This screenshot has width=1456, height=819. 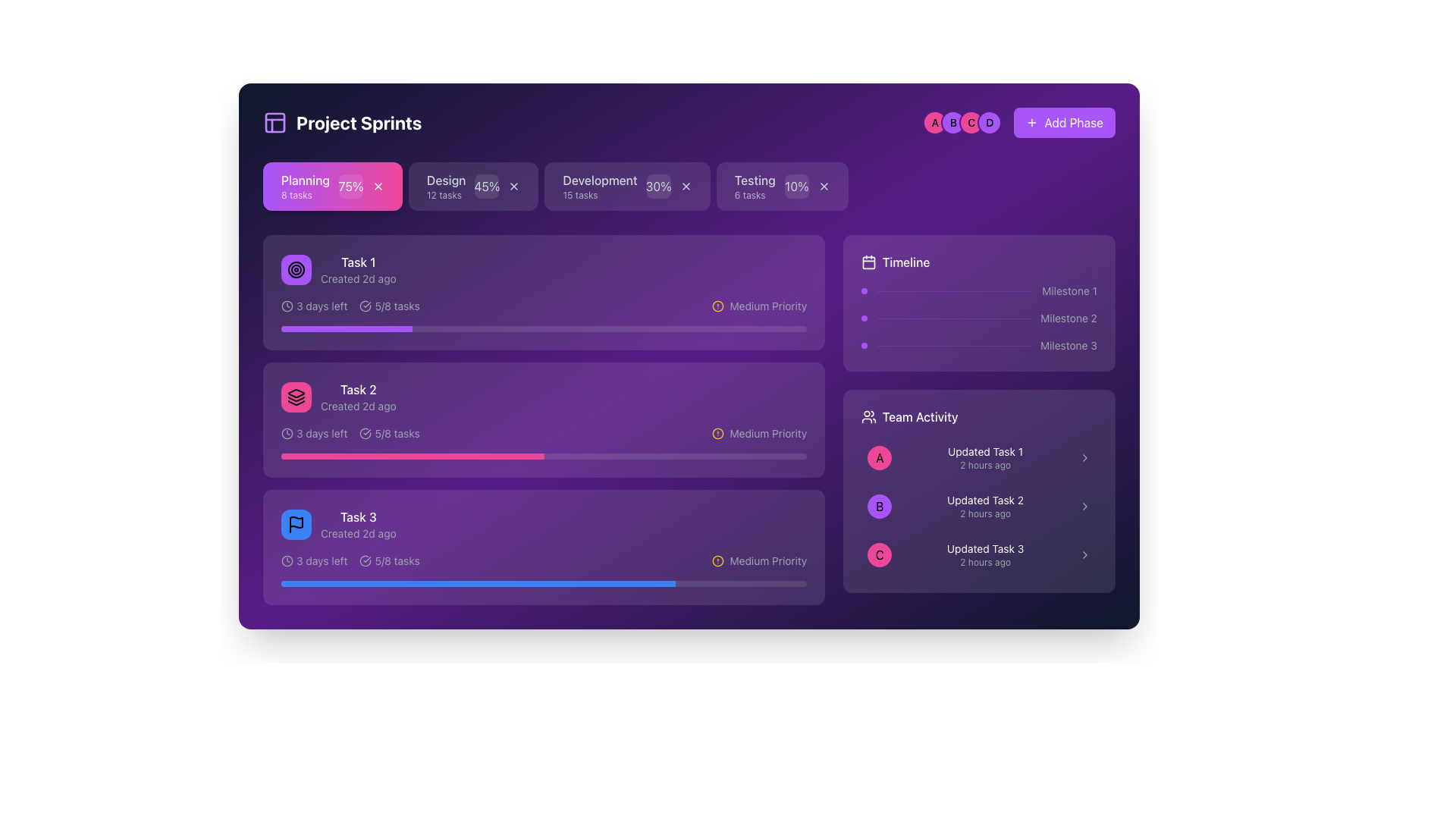 What do you see at coordinates (985, 500) in the screenshot?
I see `the task update label in the 'Team Activity' section, which is the second item among three, aligned with the '2 hours ago' label and paired with a 'B' circular icon` at bounding box center [985, 500].